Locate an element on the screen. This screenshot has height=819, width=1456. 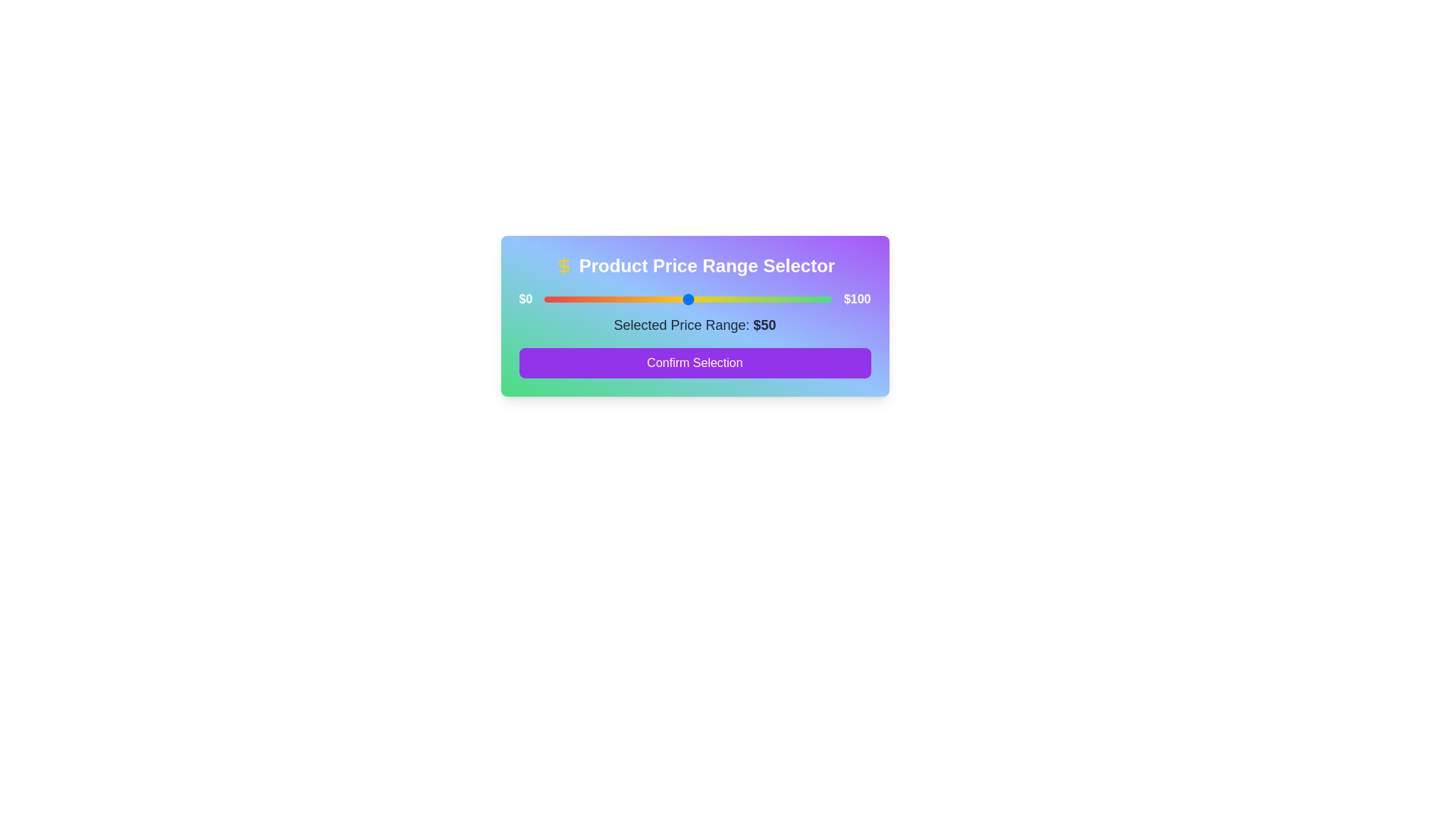
the price range slider to set the value to 43 is located at coordinates (667, 299).